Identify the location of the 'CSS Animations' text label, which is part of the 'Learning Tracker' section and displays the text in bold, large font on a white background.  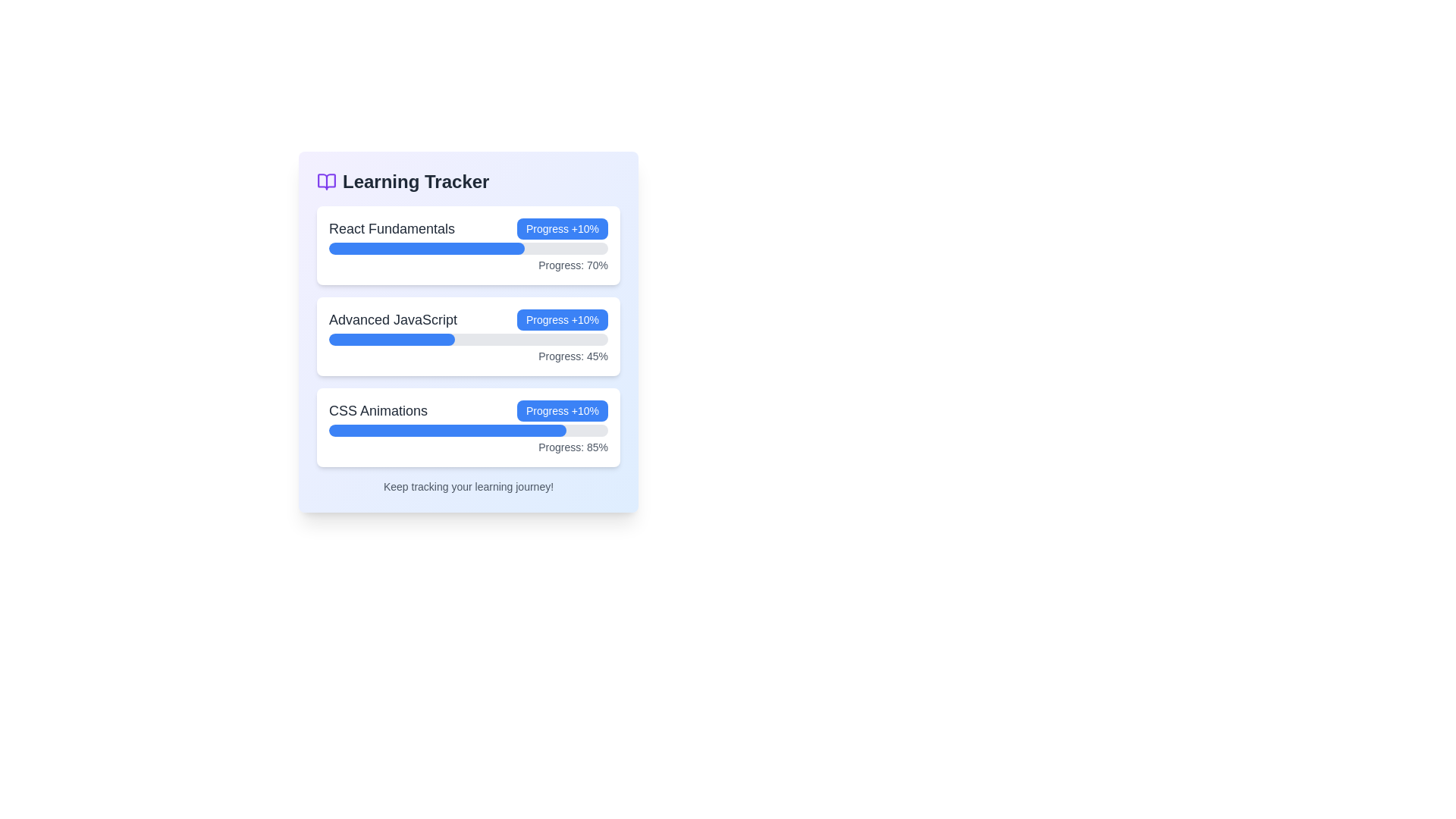
(378, 411).